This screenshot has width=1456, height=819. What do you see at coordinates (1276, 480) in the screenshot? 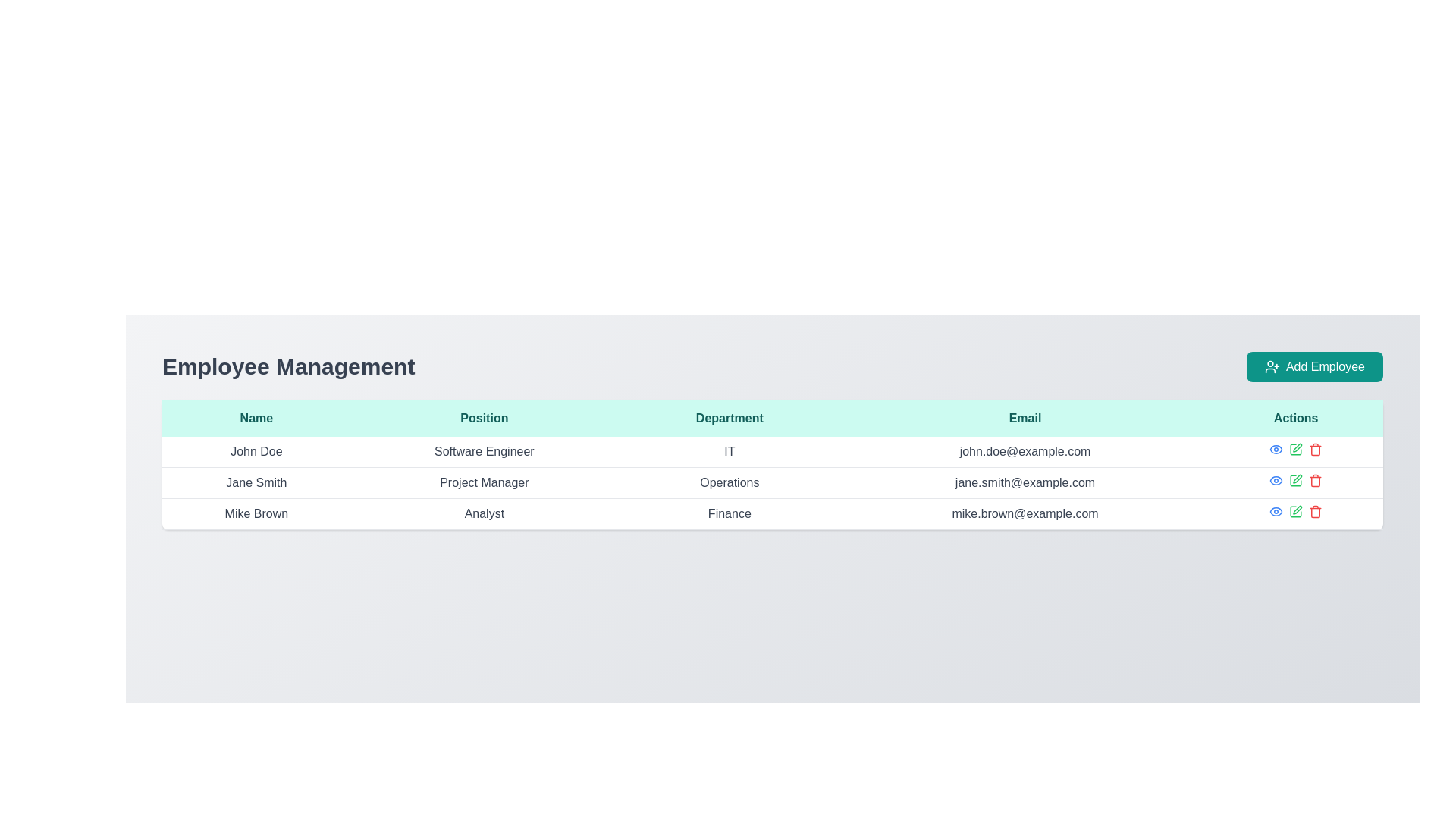
I see `the eye icon component in the Actions column for the user Mike Brown` at bounding box center [1276, 480].